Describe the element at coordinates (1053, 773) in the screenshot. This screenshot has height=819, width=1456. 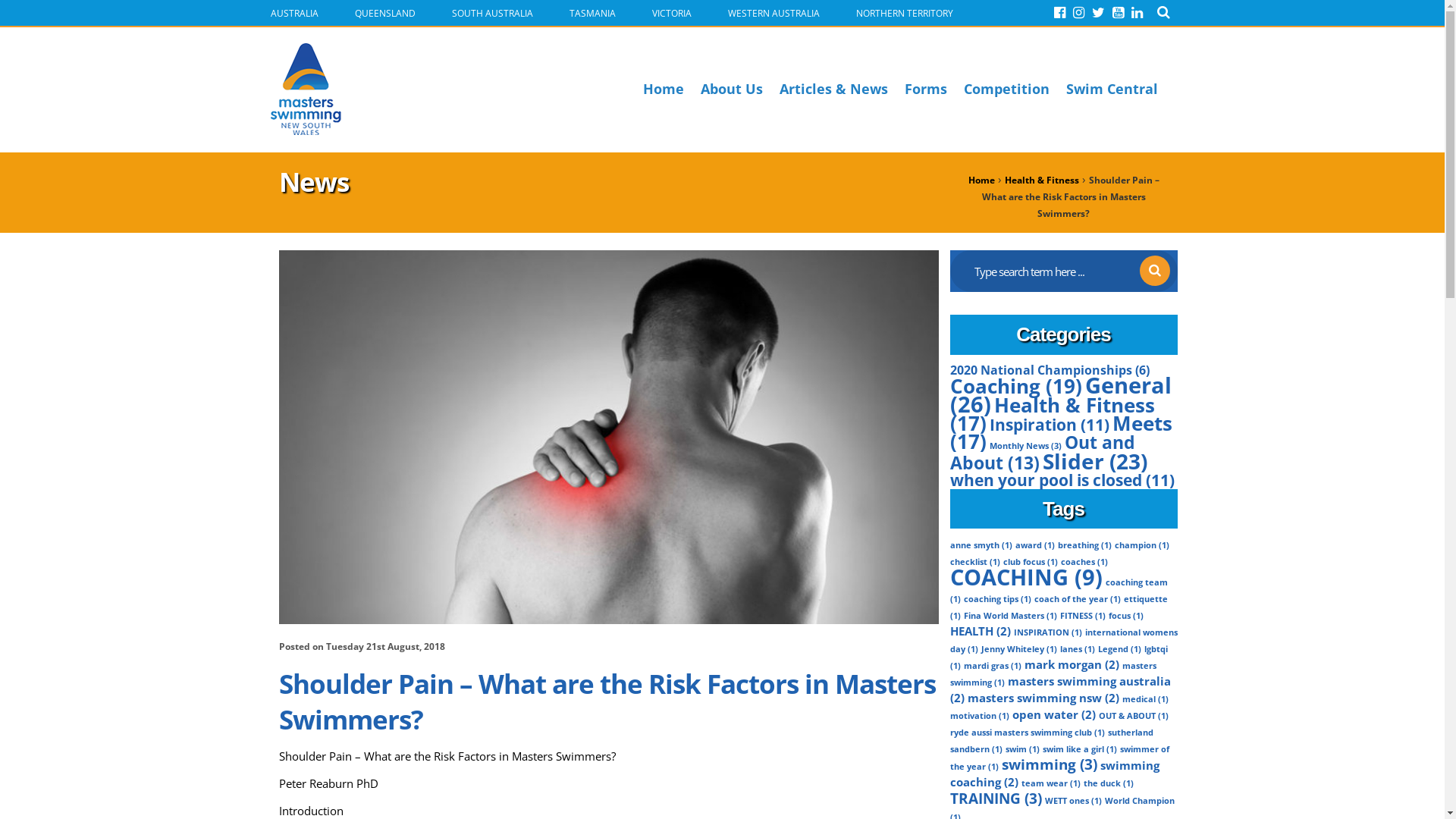
I see `'swimming coaching (2)'` at that location.